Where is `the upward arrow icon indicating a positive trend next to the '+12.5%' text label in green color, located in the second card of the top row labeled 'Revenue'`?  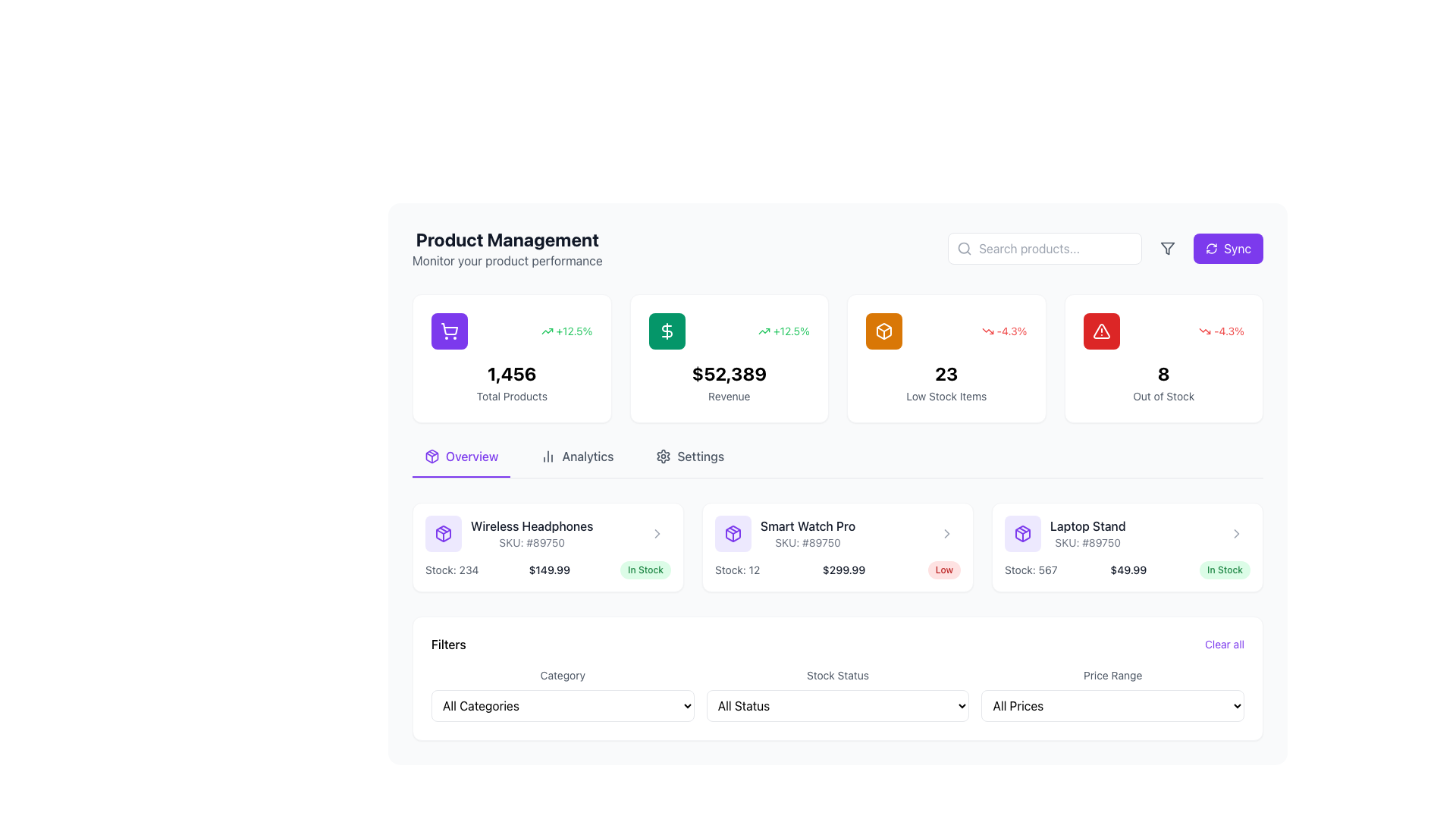 the upward arrow icon indicating a positive trend next to the '+12.5%' text label in green color, located in the second card of the top row labeled 'Revenue' is located at coordinates (783, 330).